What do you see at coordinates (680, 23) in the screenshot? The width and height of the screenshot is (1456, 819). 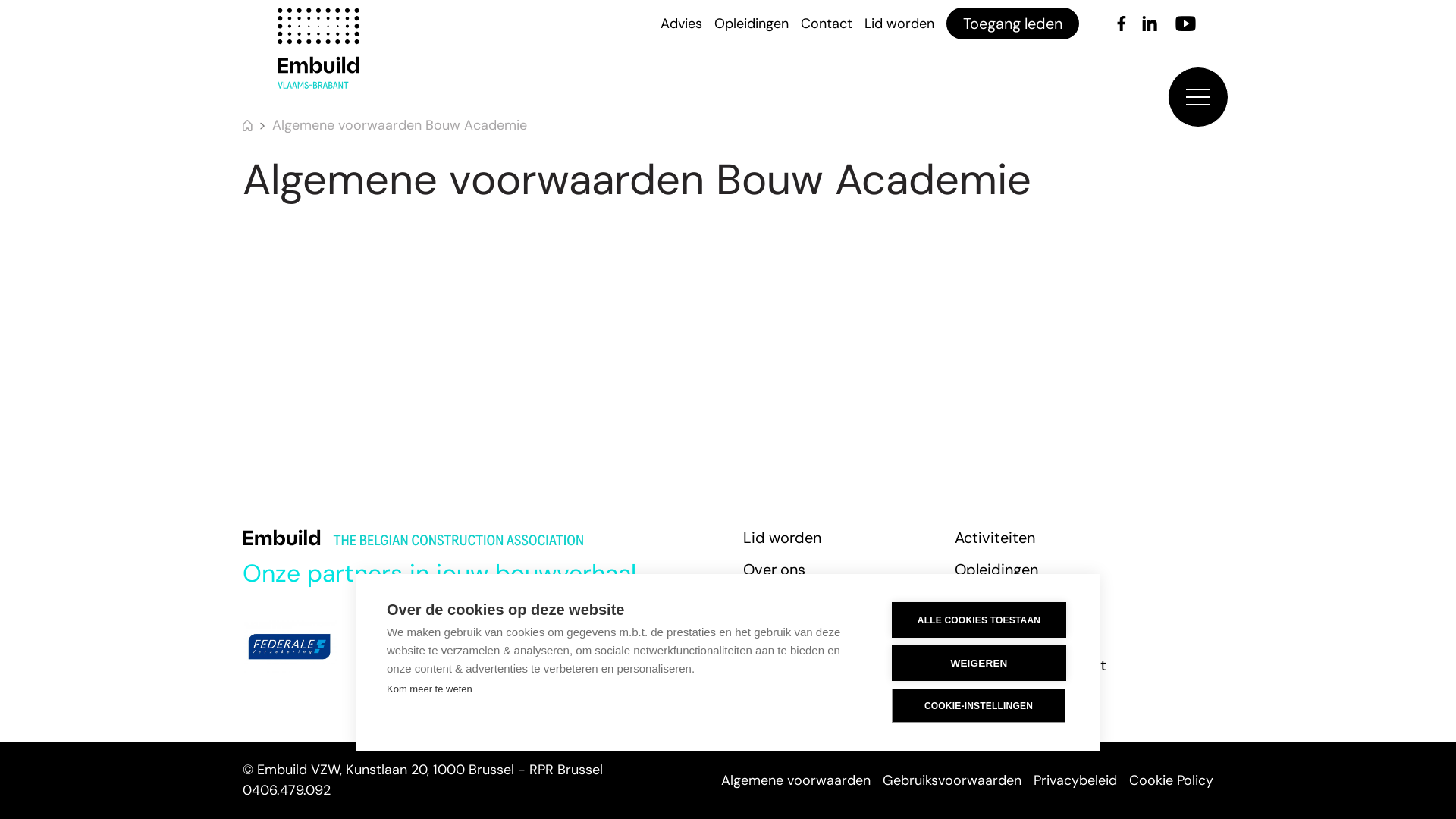 I see `'Advies'` at bounding box center [680, 23].